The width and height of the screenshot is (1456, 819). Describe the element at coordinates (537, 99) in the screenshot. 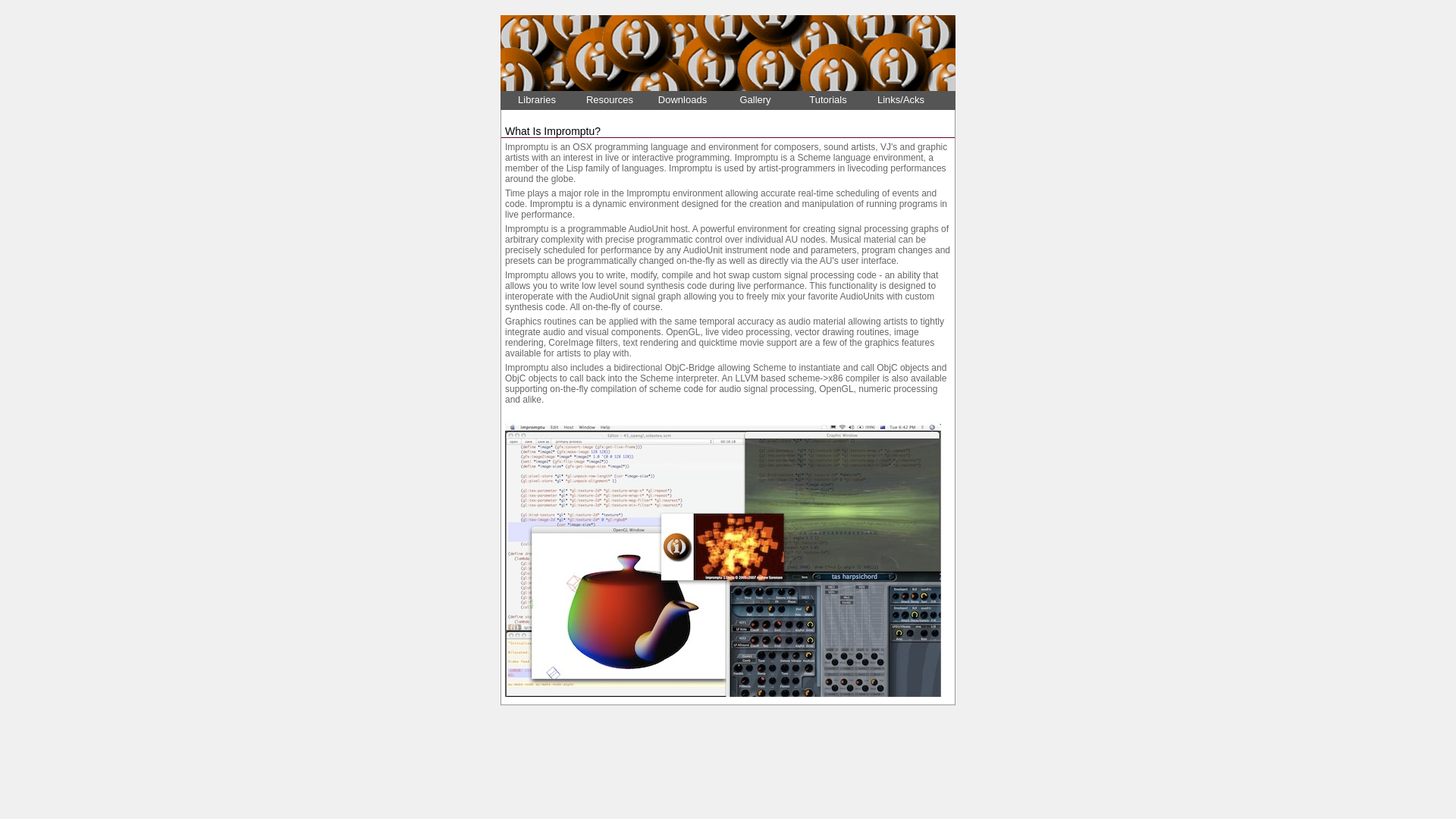

I see `'Libraries'` at that location.